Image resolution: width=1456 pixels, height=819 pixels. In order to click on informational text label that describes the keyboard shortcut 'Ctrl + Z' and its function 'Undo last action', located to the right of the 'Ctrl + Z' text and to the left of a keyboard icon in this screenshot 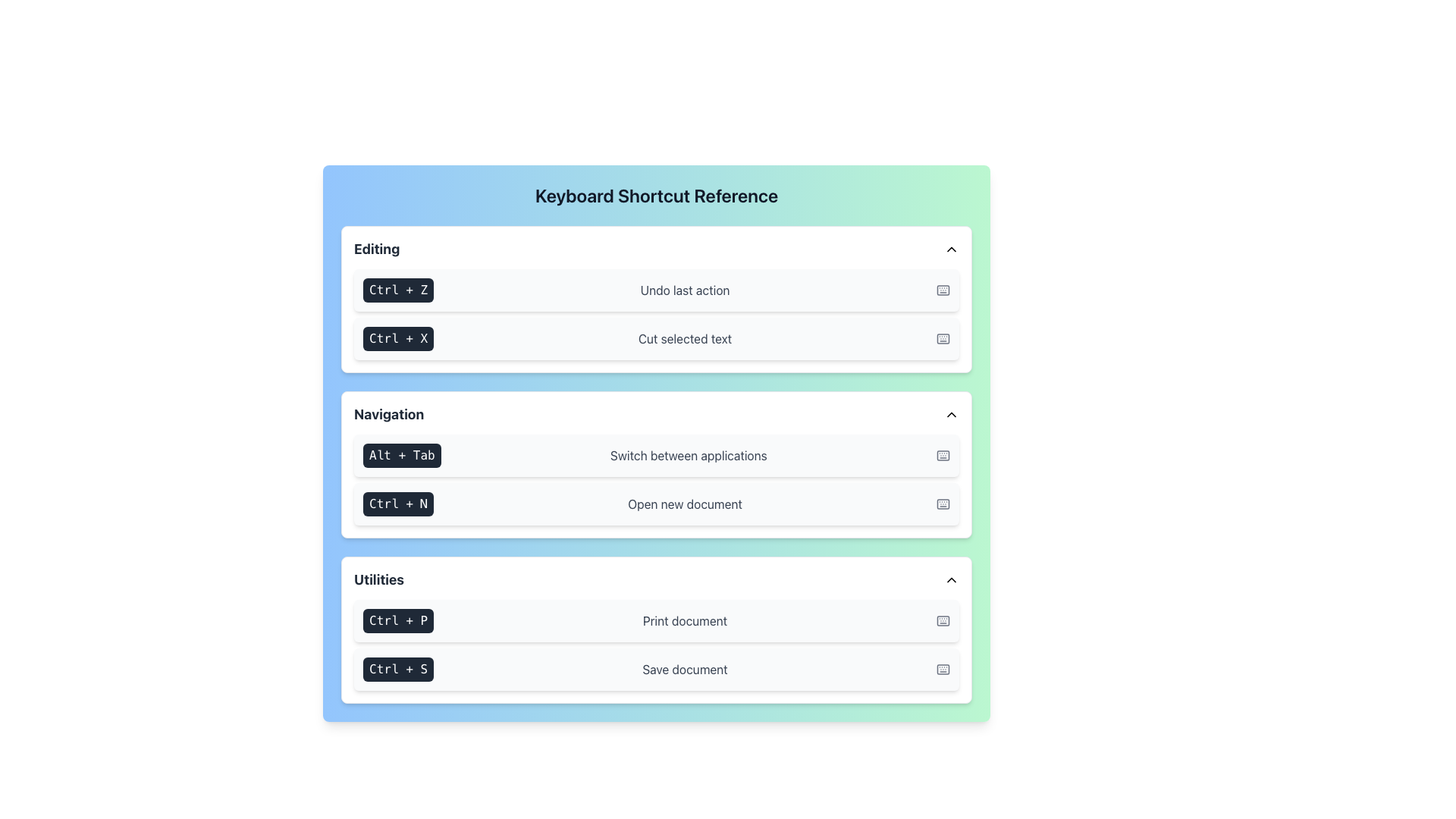, I will do `click(684, 290)`.